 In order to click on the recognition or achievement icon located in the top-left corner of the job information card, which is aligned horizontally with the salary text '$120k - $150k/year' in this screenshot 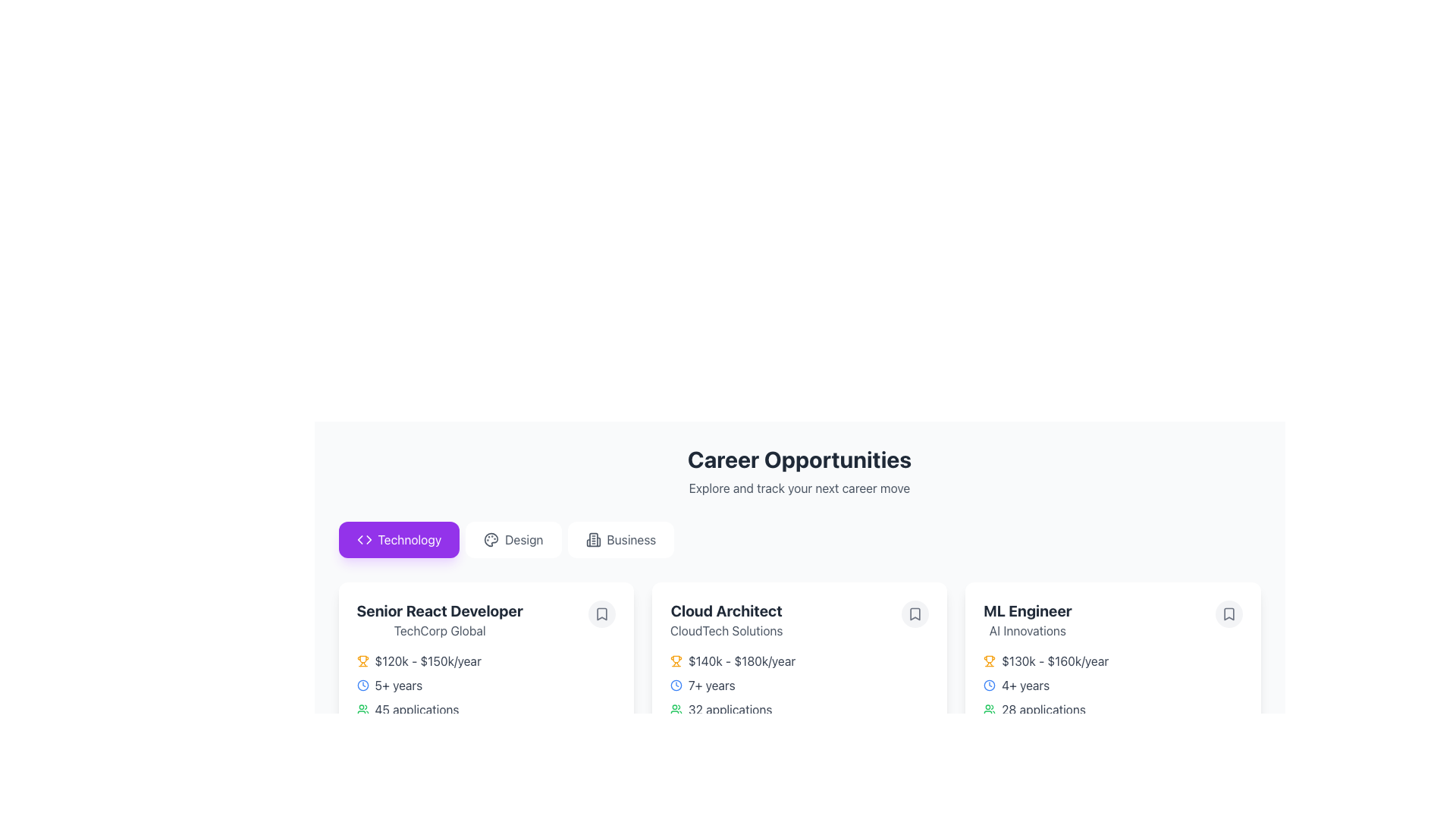, I will do `click(362, 660)`.